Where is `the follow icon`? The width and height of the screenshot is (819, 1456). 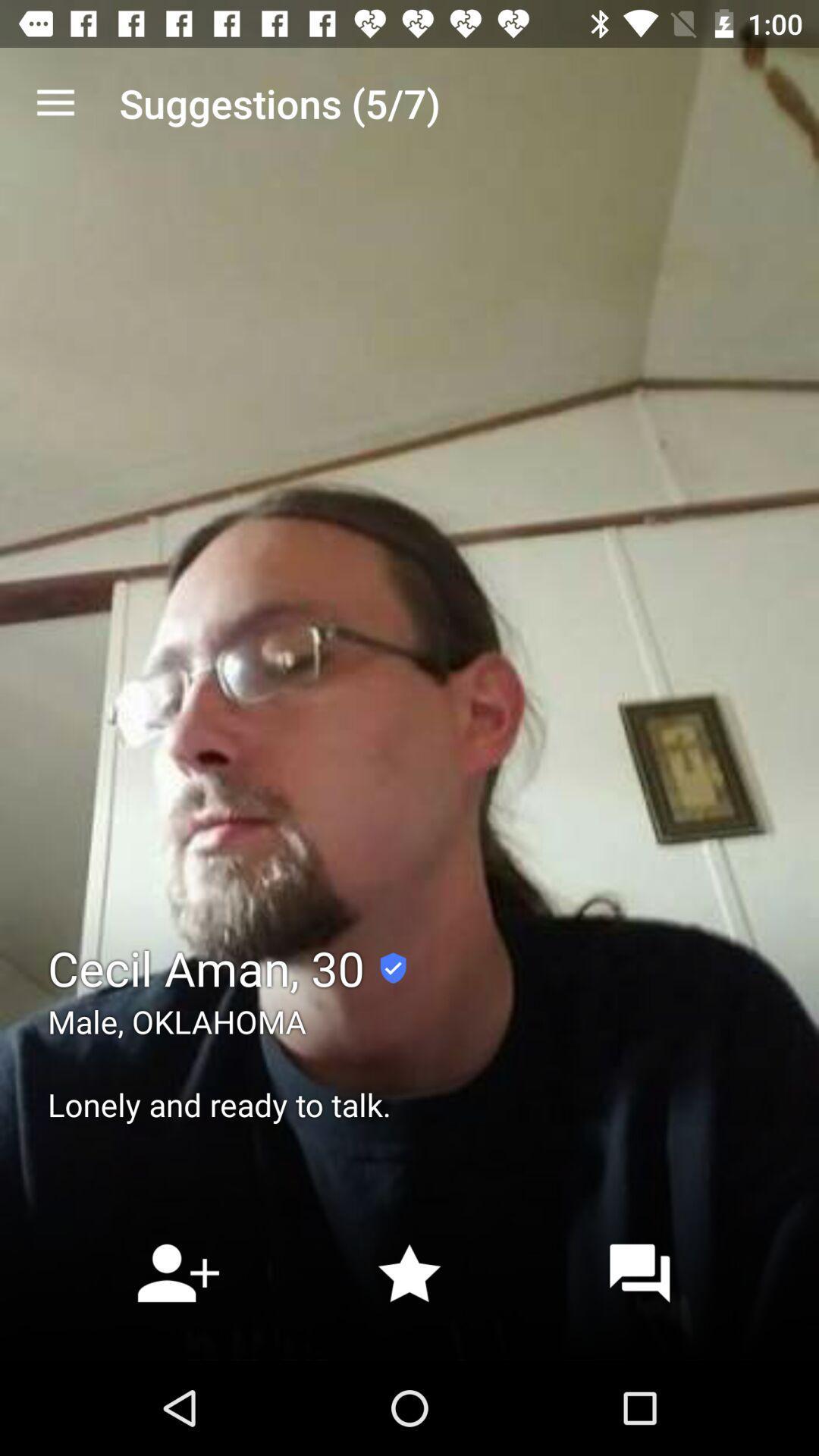 the follow icon is located at coordinates (177, 1272).